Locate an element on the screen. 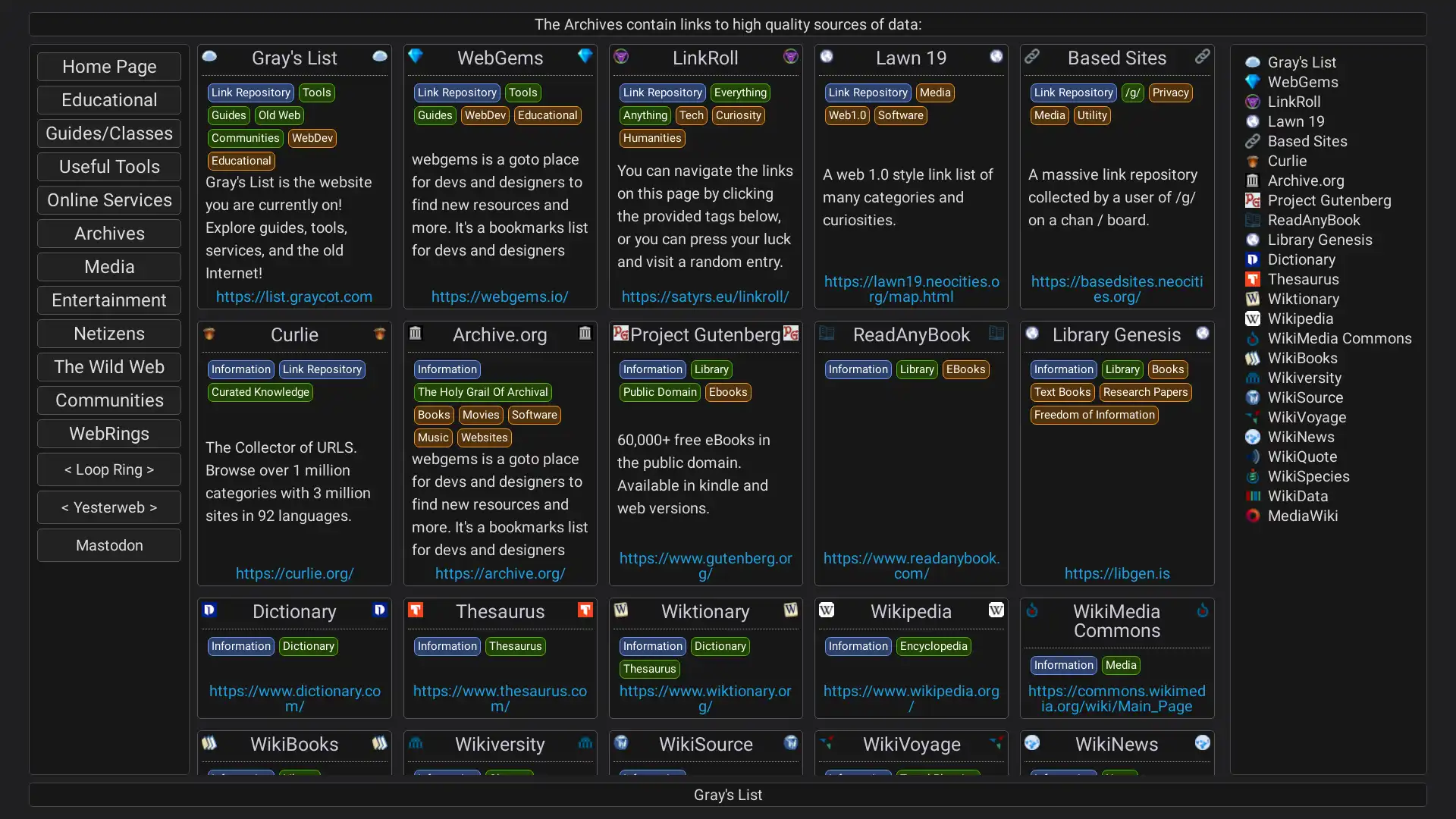  Entertainment is located at coordinates (108, 300).